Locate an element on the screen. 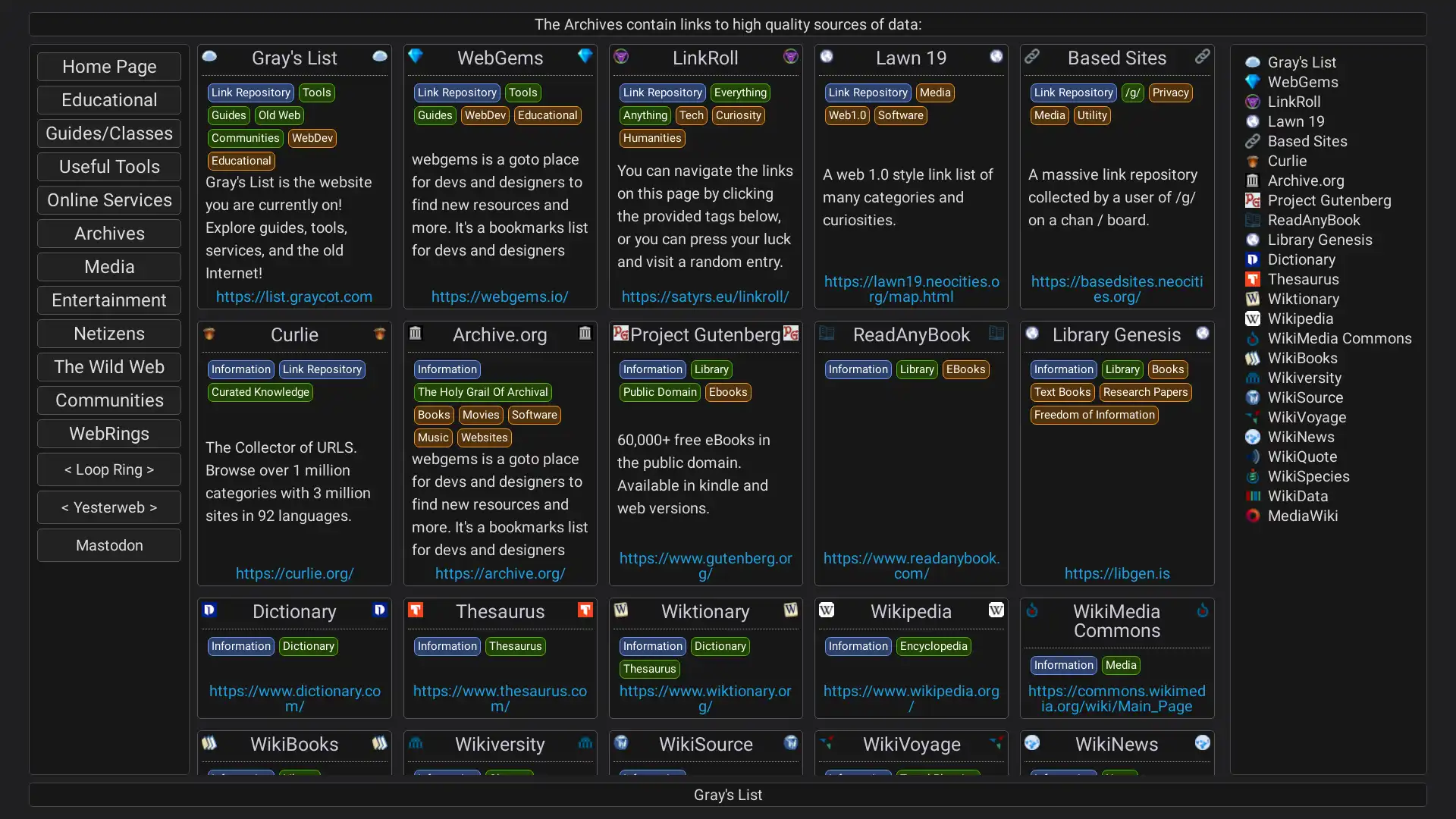  Entertainment is located at coordinates (108, 300).